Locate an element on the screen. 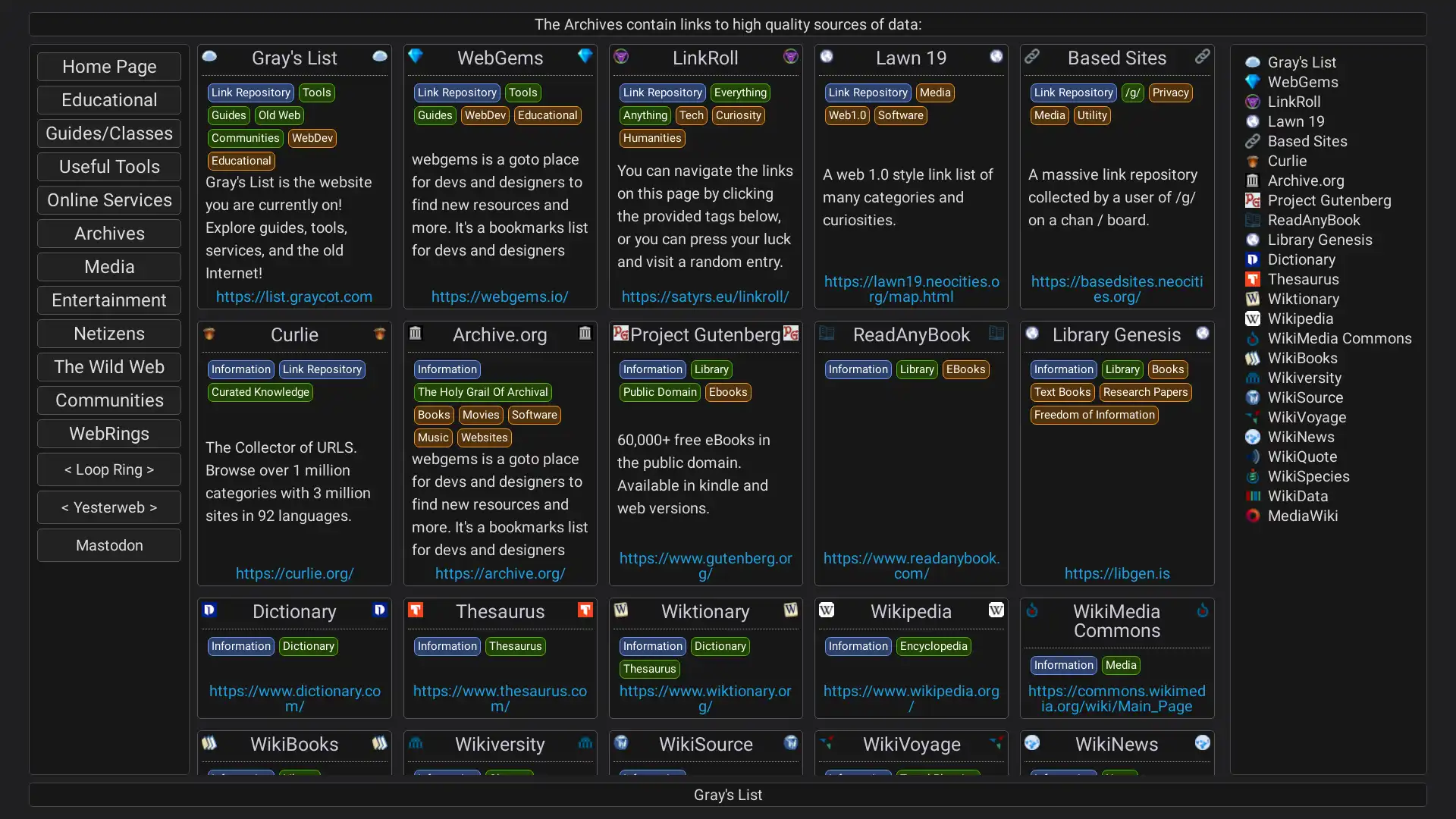  Entertainment is located at coordinates (108, 300).